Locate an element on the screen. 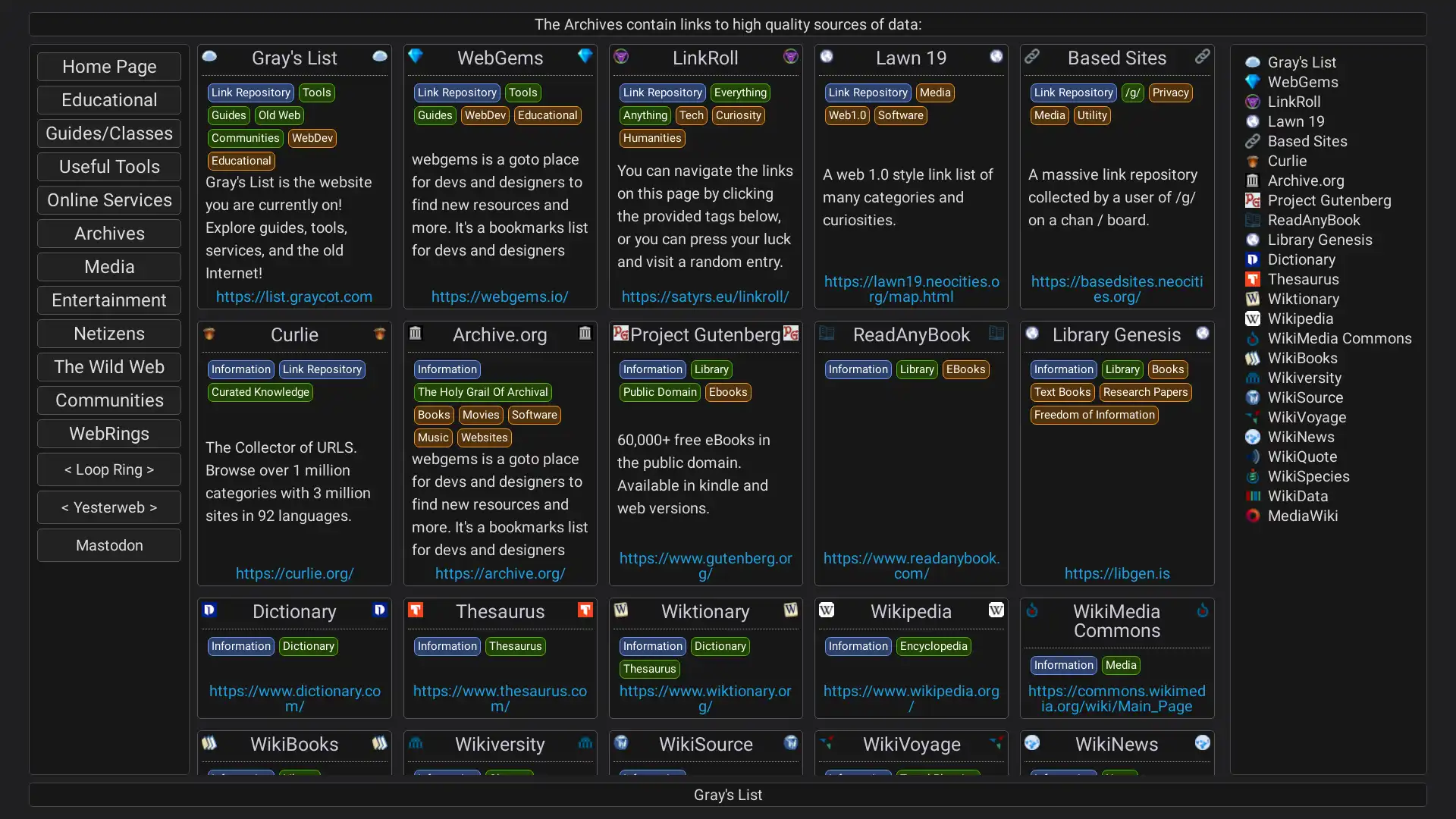  Entertainment is located at coordinates (108, 300).